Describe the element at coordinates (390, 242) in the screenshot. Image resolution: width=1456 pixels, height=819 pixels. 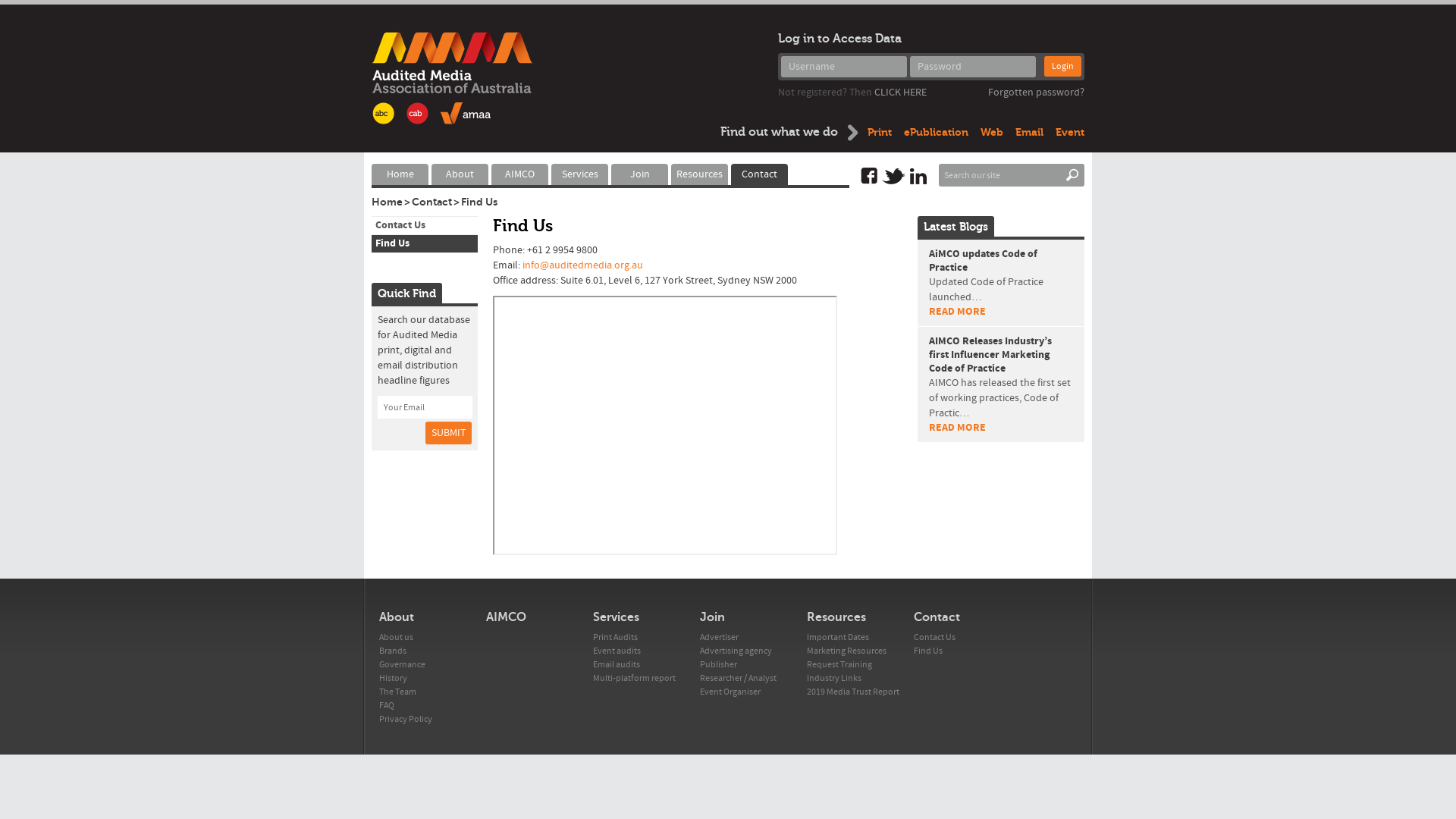
I see `'Find Us'` at that location.